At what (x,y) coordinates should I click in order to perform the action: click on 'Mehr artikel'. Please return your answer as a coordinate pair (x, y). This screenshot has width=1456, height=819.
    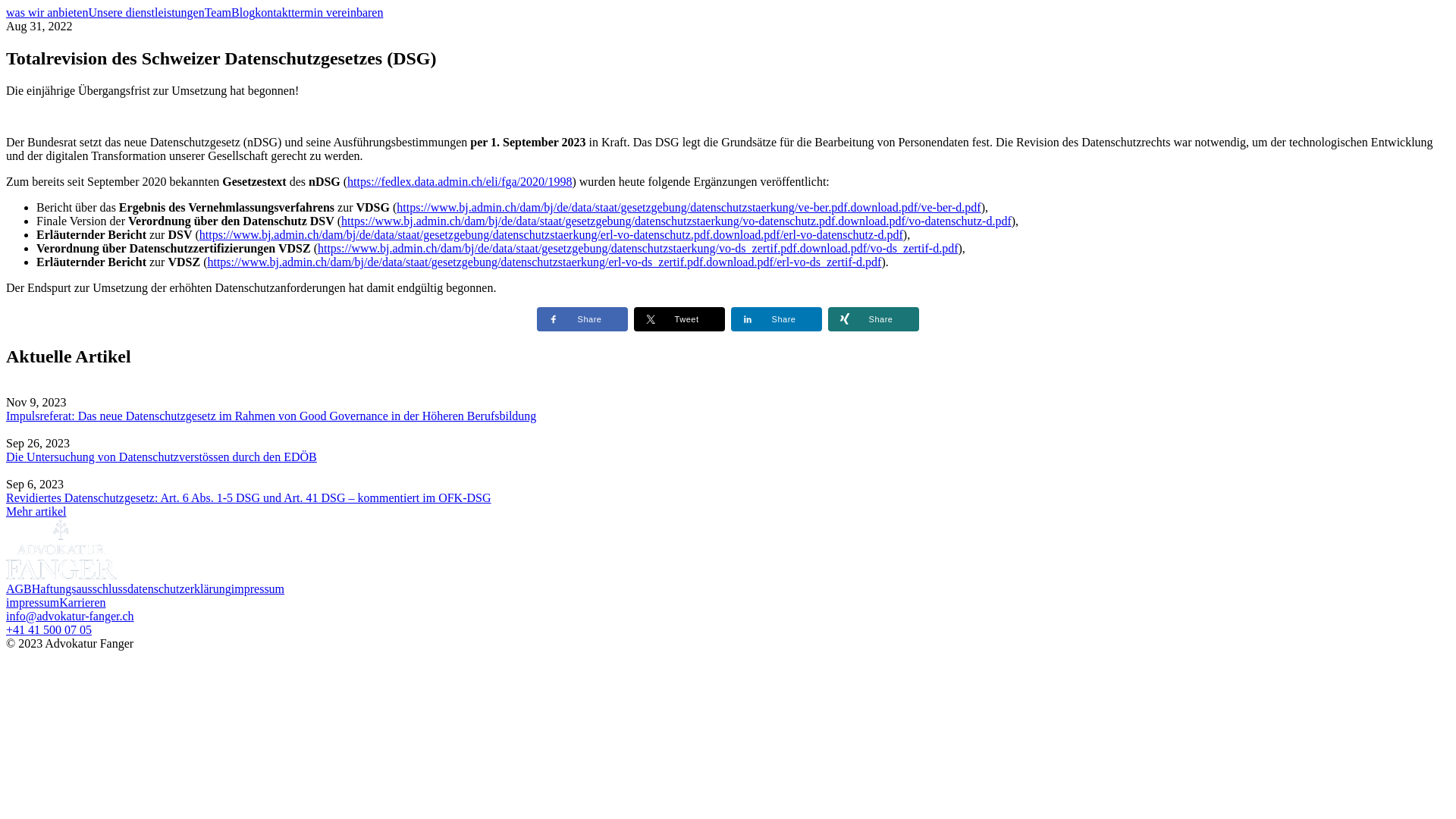
    Looking at the image, I should click on (36, 511).